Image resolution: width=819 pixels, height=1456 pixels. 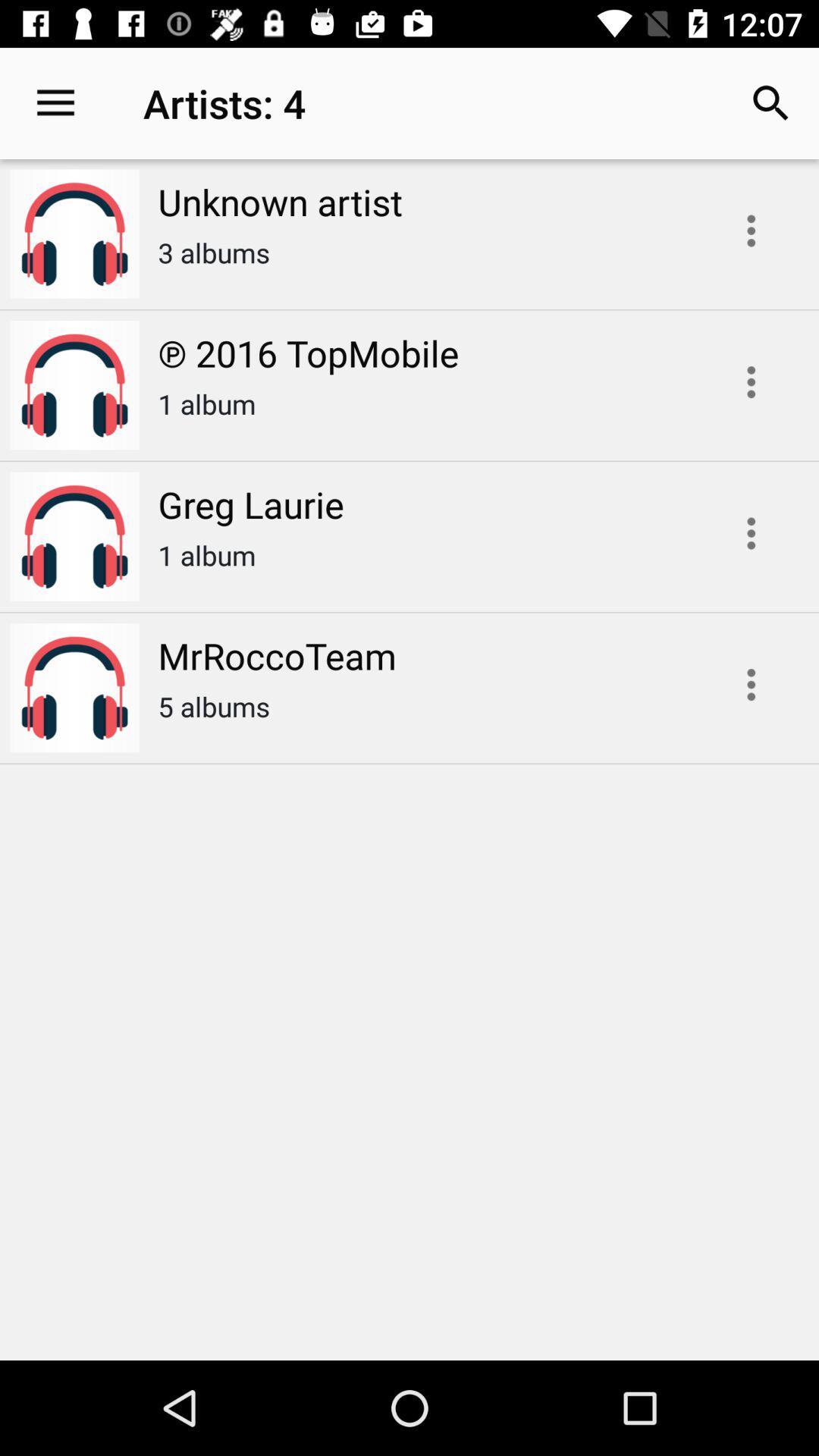 I want to click on additional options, so click(x=751, y=533).